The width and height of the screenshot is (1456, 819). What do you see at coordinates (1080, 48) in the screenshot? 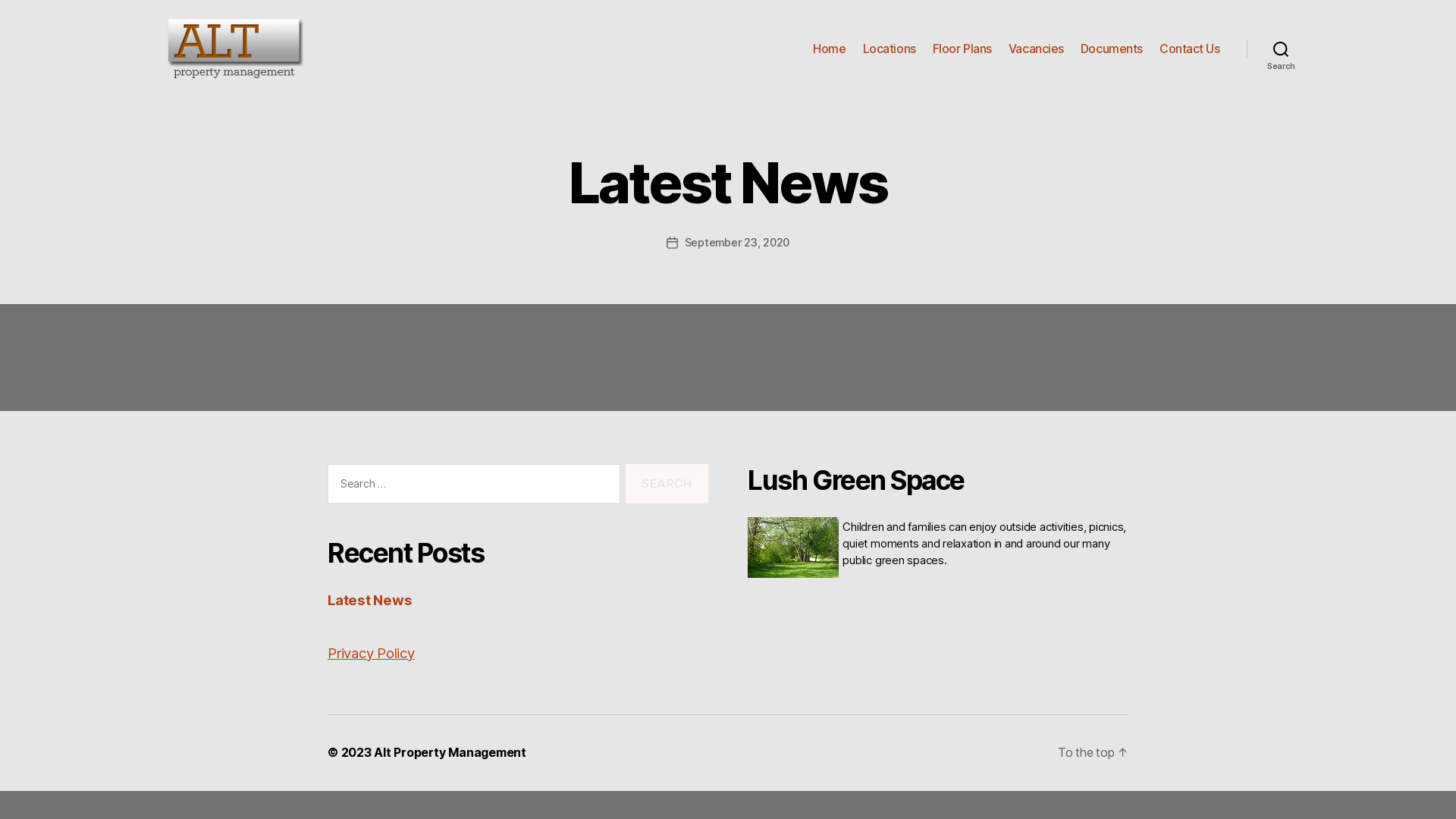
I see `'Documents'` at bounding box center [1080, 48].